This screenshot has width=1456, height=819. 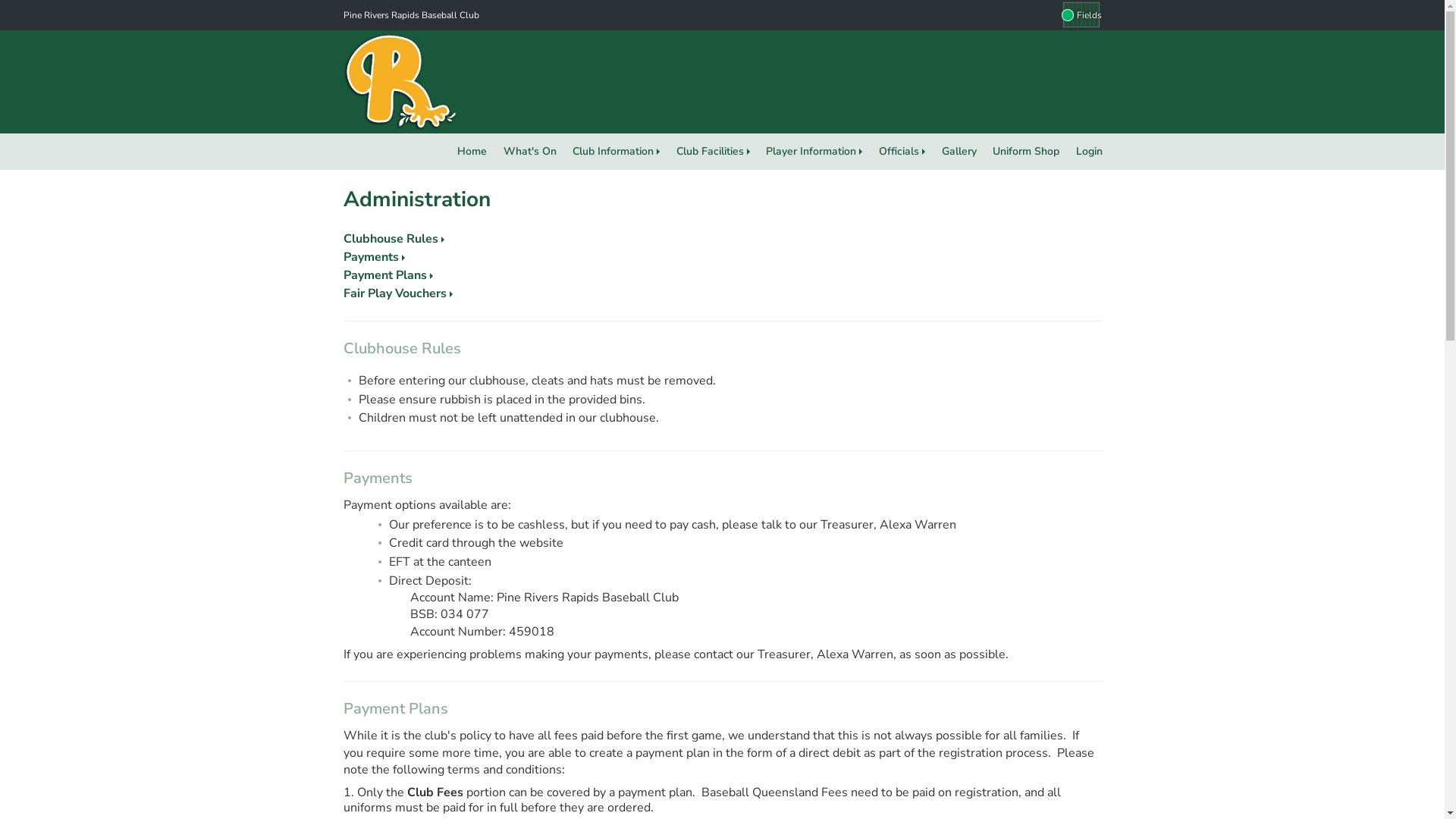 I want to click on 'Fields', so click(x=1055, y=14).